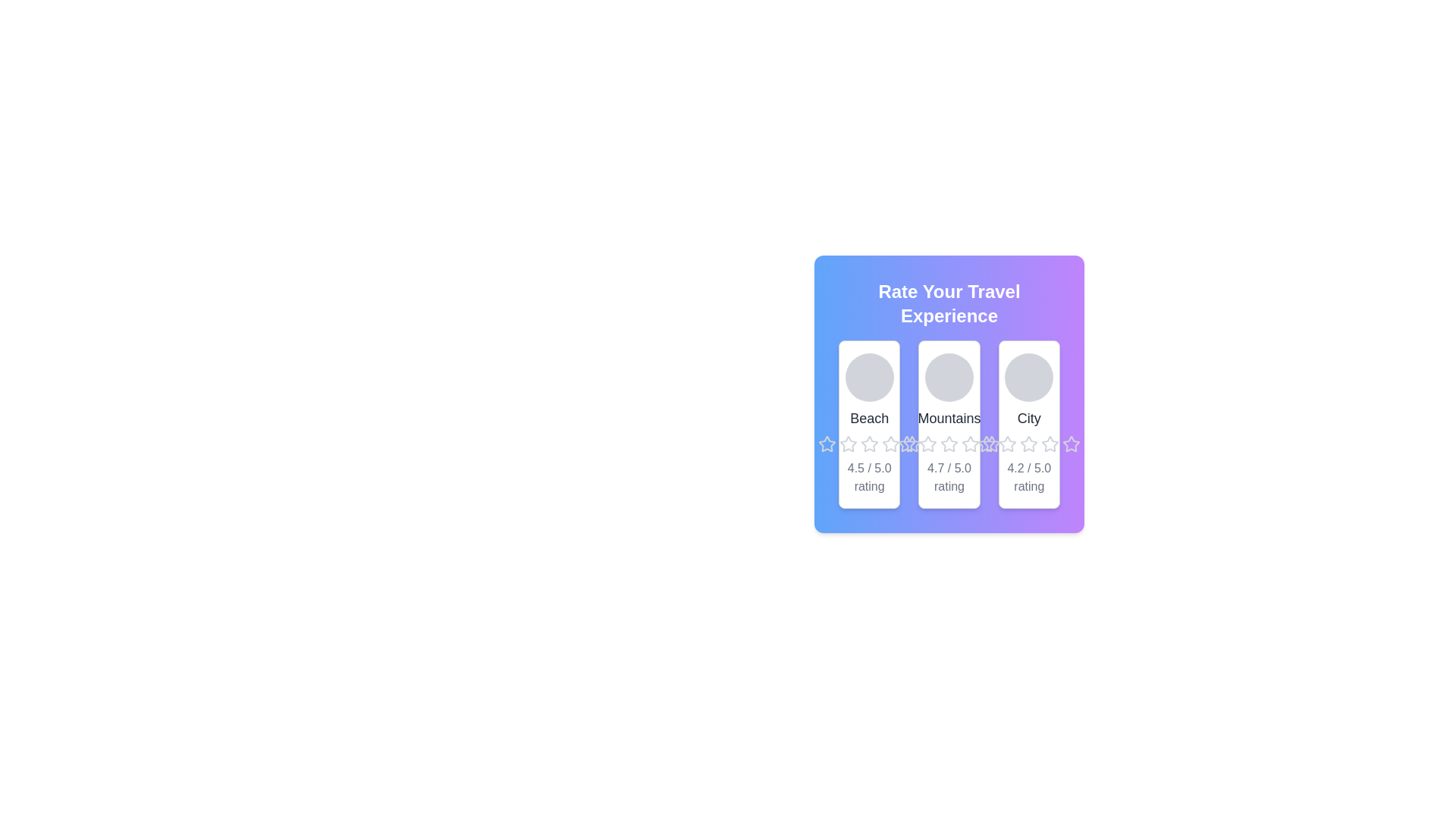  Describe the element at coordinates (1029, 444) in the screenshot. I see `the third set of star rating components located in the center column below the 'City' label` at that location.